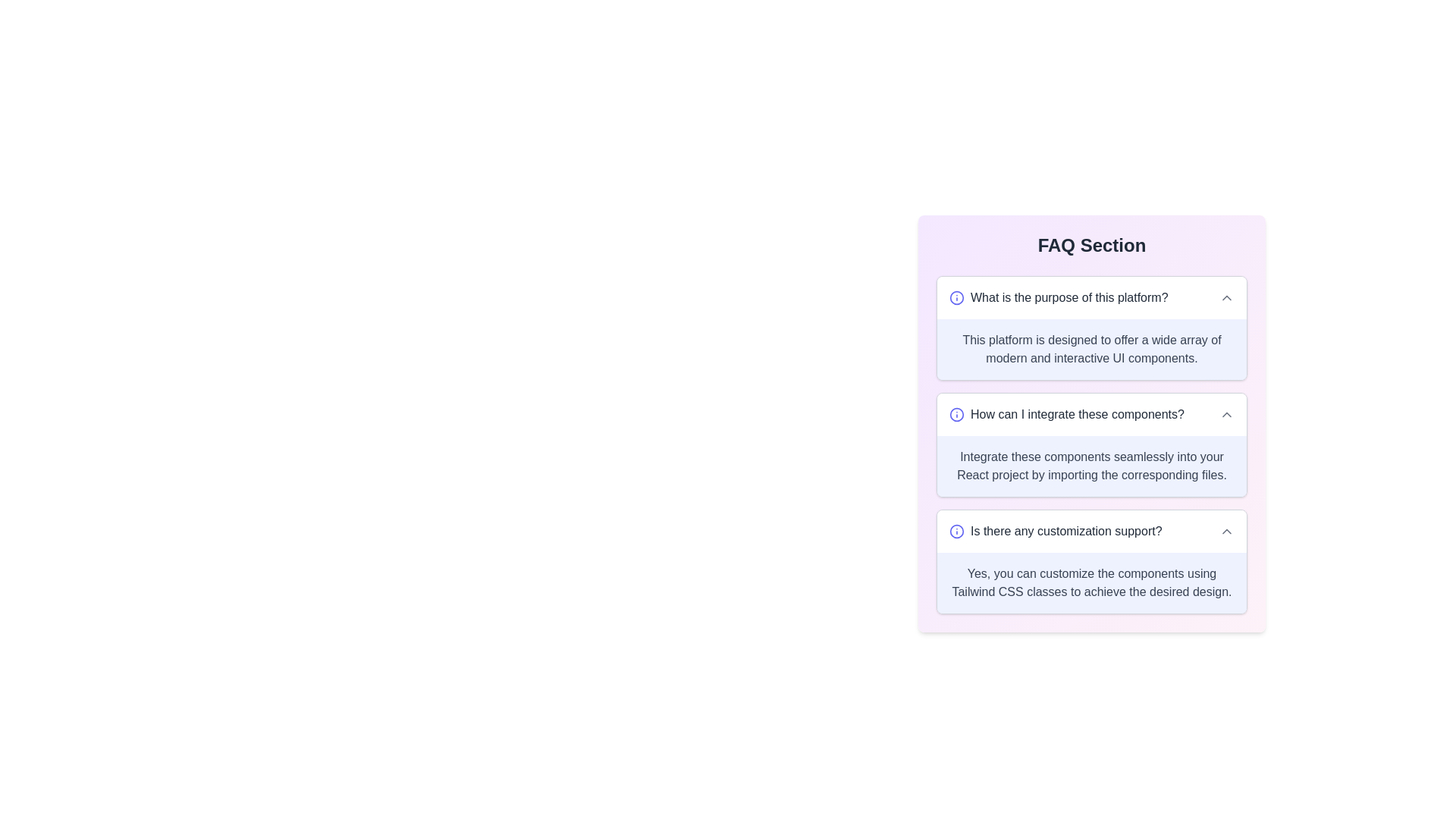  Describe the element at coordinates (1058, 298) in the screenshot. I see `the information icon adjacent to the question text 'What is the purpose of this platform?'` at that location.